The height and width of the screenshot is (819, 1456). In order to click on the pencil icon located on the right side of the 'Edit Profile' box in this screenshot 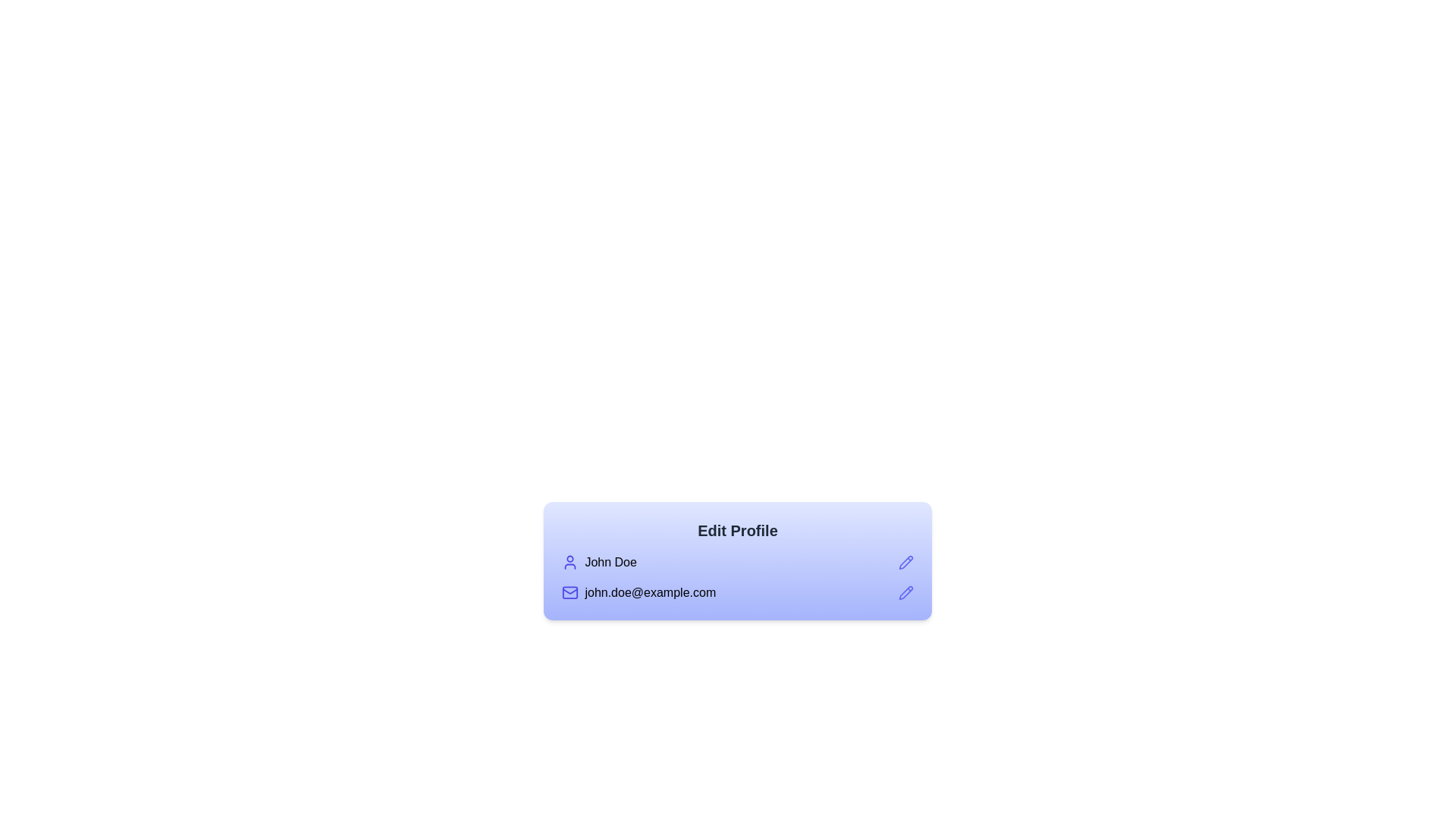, I will do `click(906, 562)`.